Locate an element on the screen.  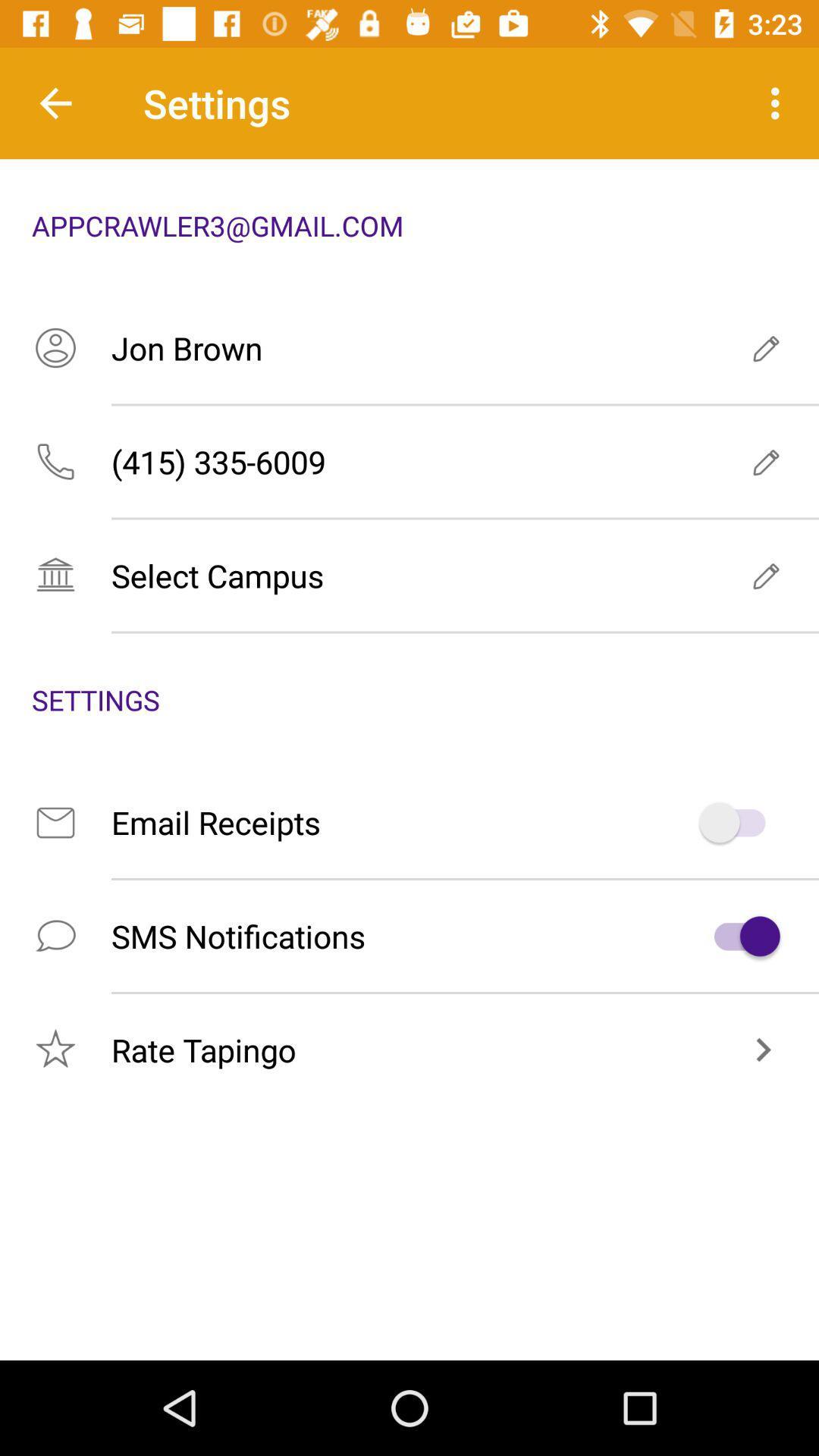
the icon at the top right corner is located at coordinates (779, 102).